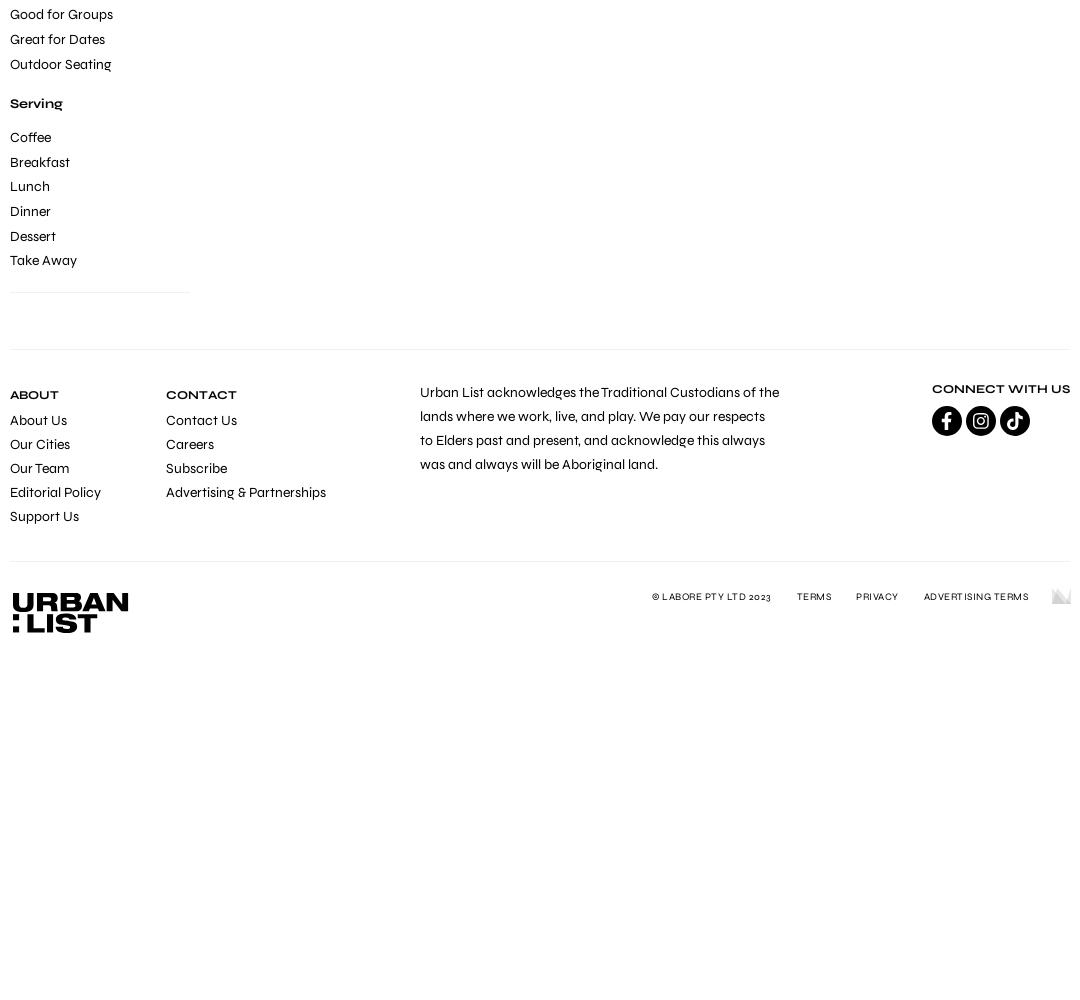 The width and height of the screenshot is (1080, 1000). I want to click on 'Dinner', so click(30, 209).